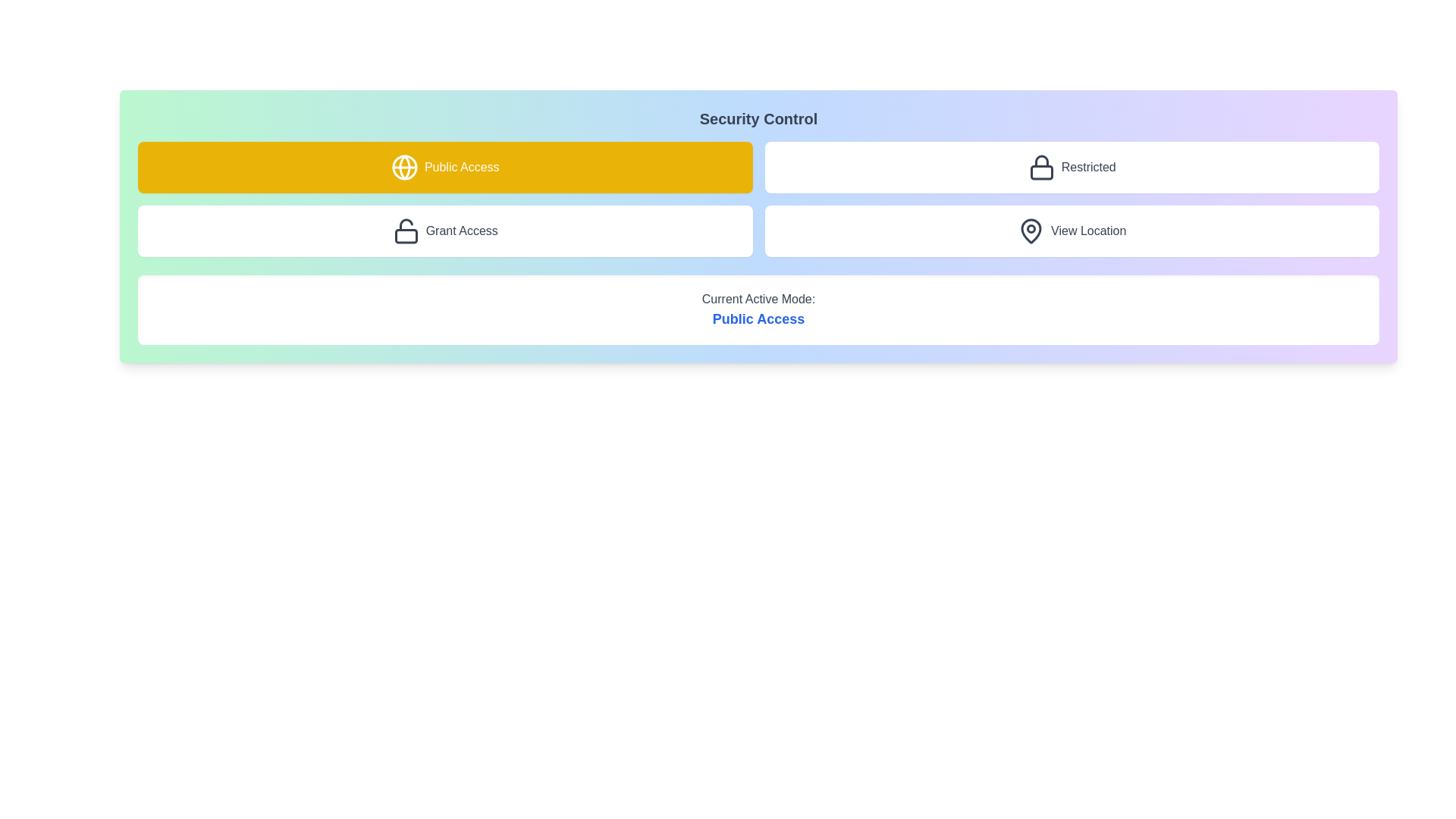 This screenshot has height=819, width=1456. What do you see at coordinates (1071, 167) in the screenshot?
I see `the mode Restricted by clicking on the corresponding button` at bounding box center [1071, 167].